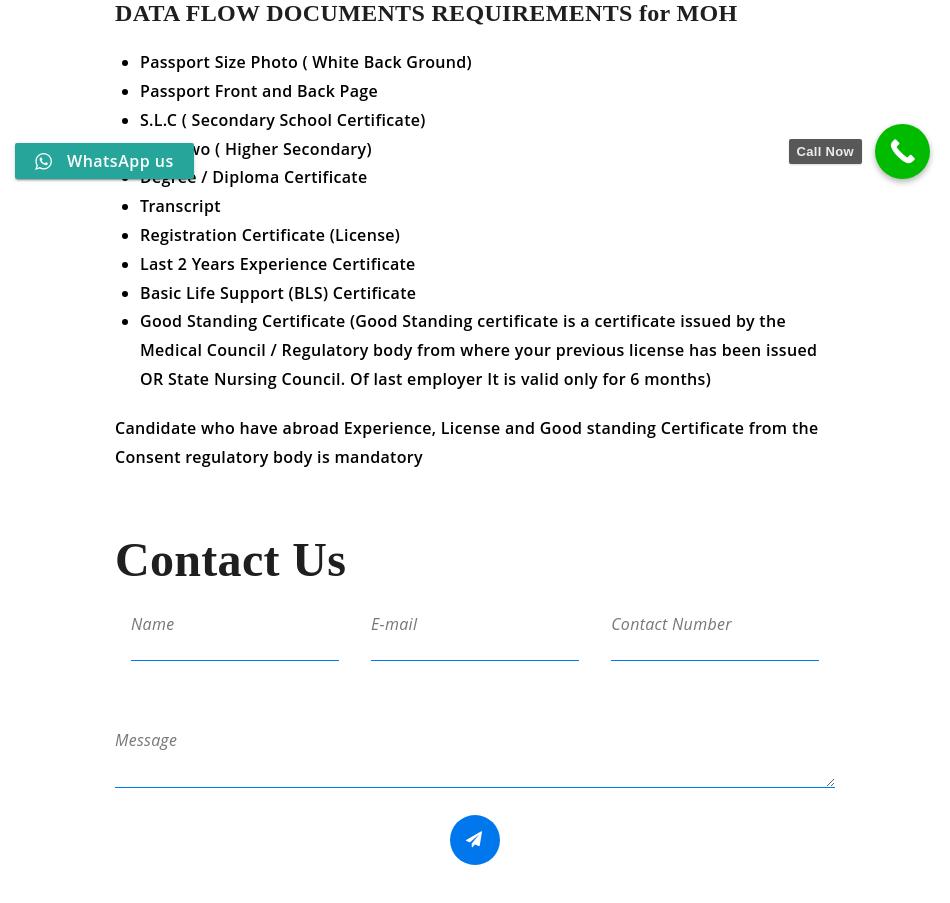 The image size is (950, 903). What do you see at coordinates (119, 160) in the screenshot?
I see `'WhatsApp us'` at bounding box center [119, 160].